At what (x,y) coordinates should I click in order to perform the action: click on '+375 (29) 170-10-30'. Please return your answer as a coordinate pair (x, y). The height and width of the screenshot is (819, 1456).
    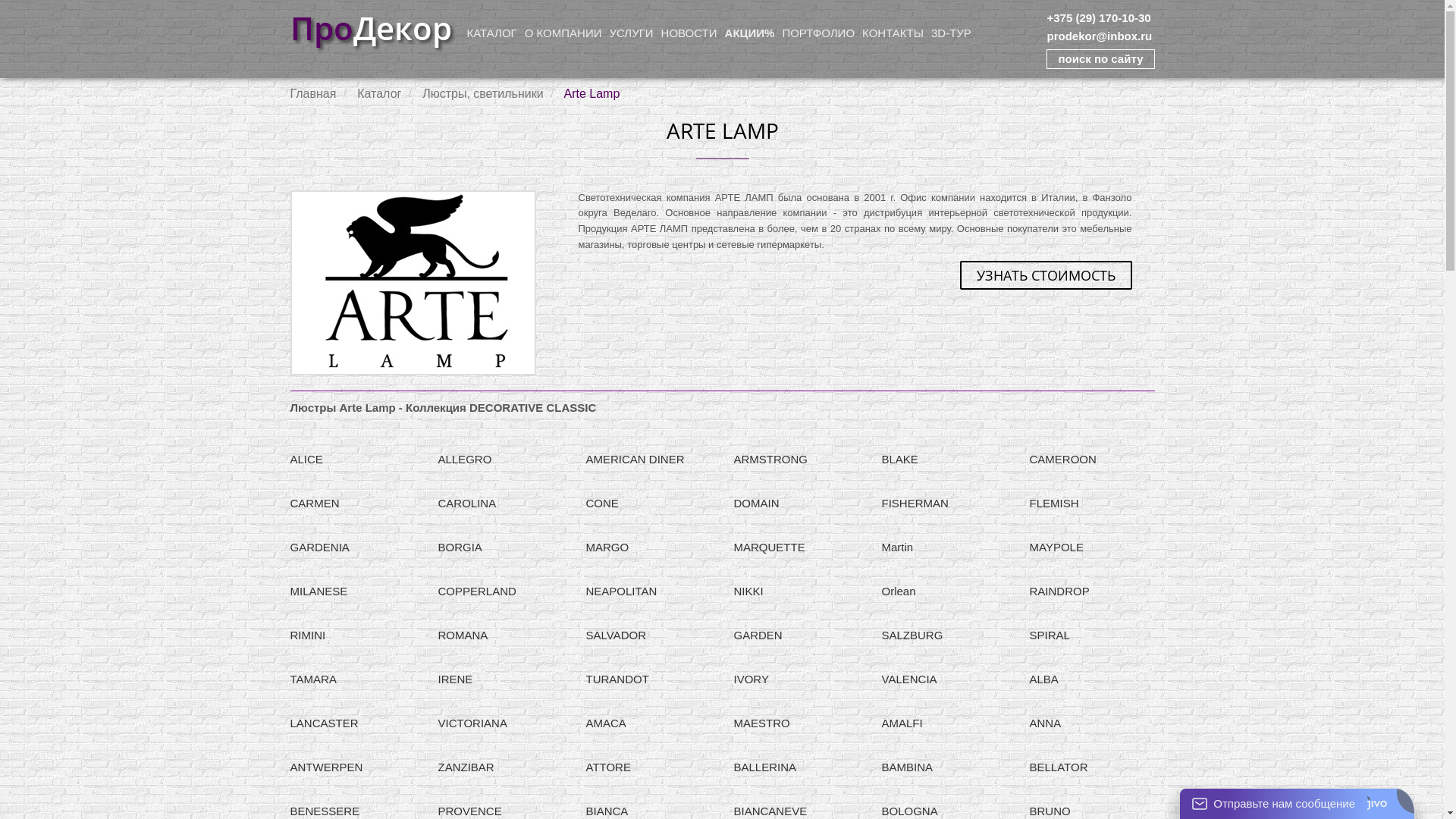
    Looking at the image, I should click on (1098, 17).